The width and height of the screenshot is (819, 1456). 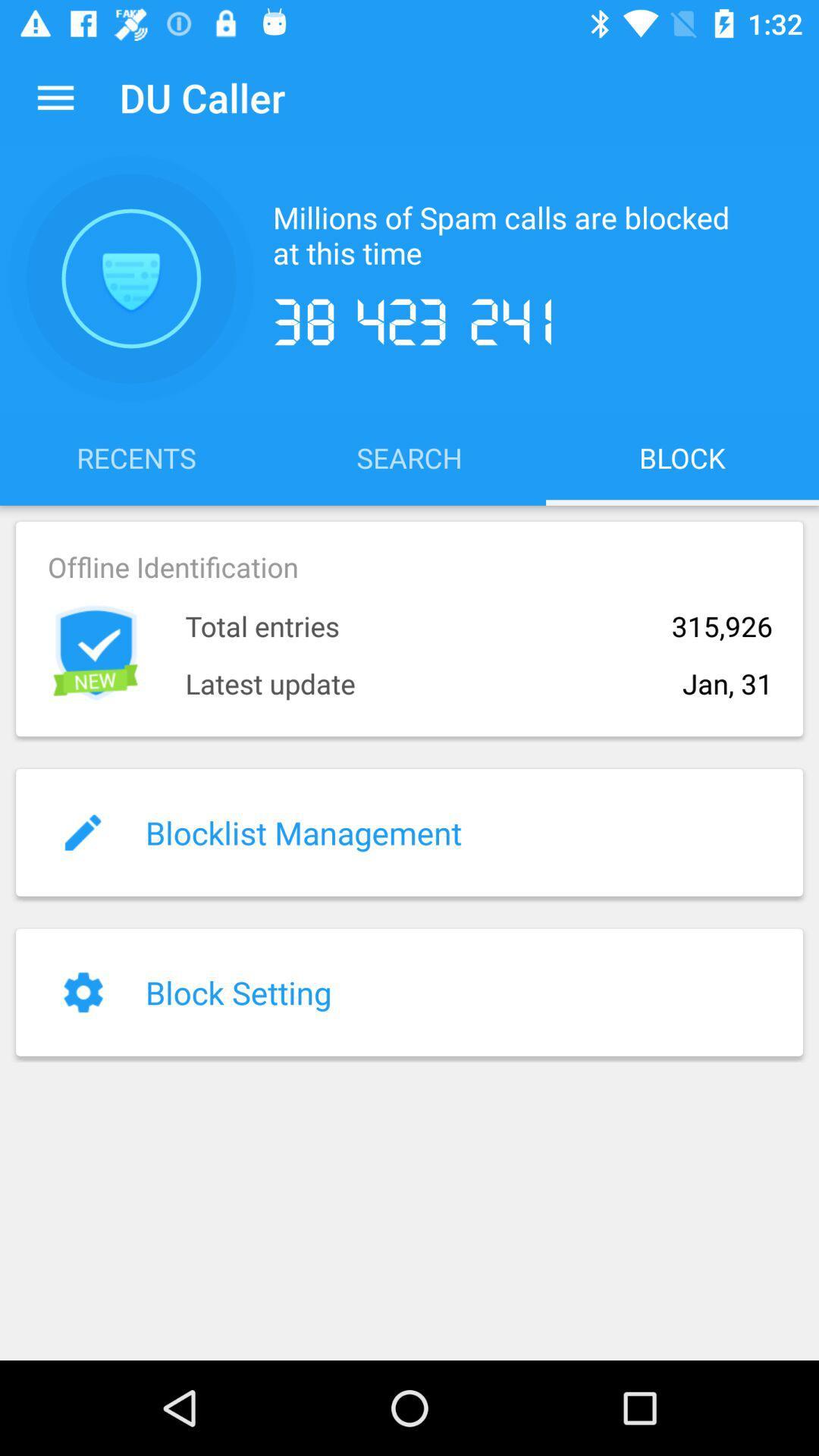 What do you see at coordinates (409, 457) in the screenshot?
I see `icon above the offline identification` at bounding box center [409, 457].